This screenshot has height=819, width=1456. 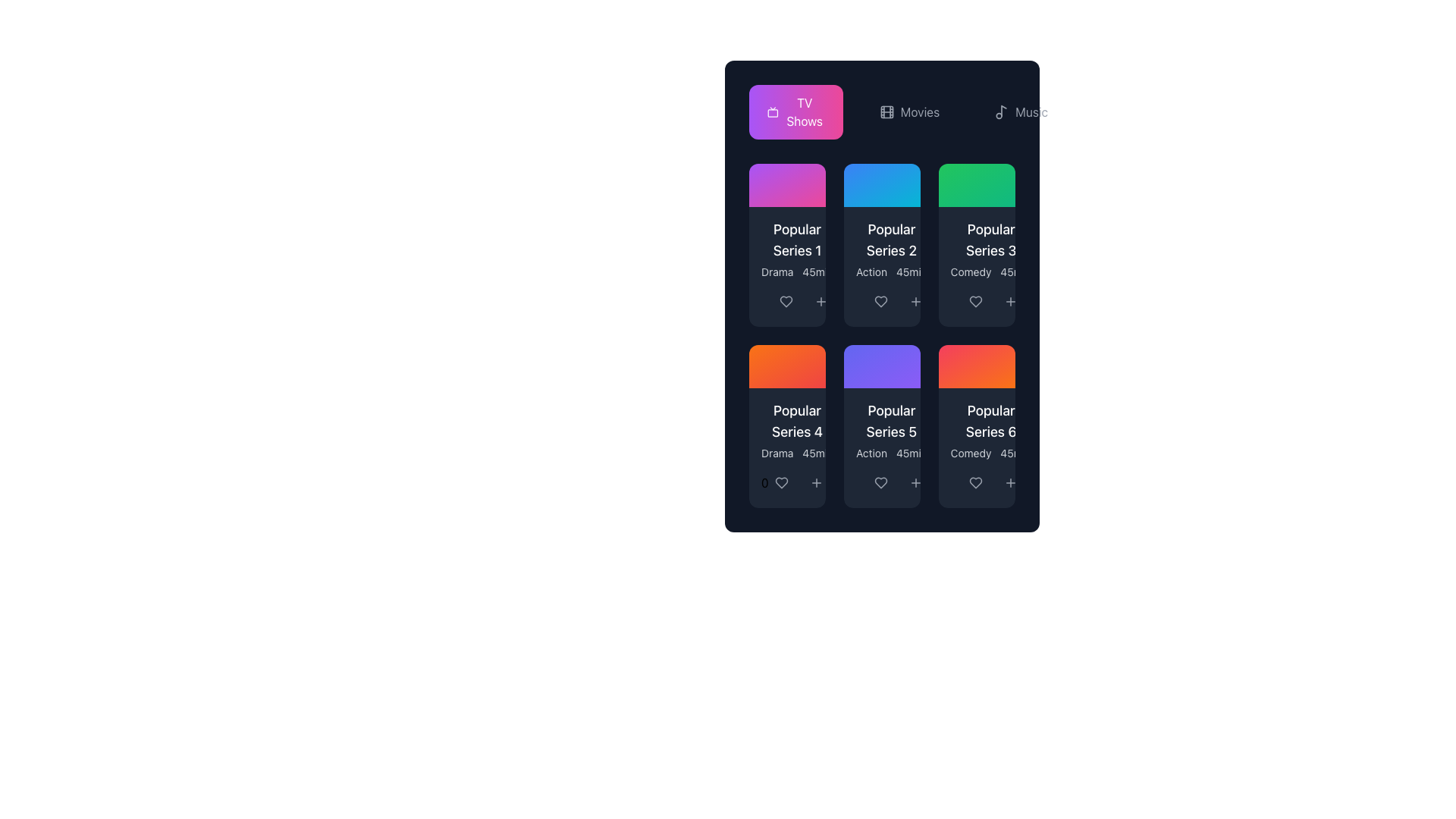 What do you see at coordinates (977, 430) in the screenshot?
I see `the sixth series card in the bottom-right corner of the grid layout that displays information about the series, including its title, category, and duration` at bounding box center [977, 430].